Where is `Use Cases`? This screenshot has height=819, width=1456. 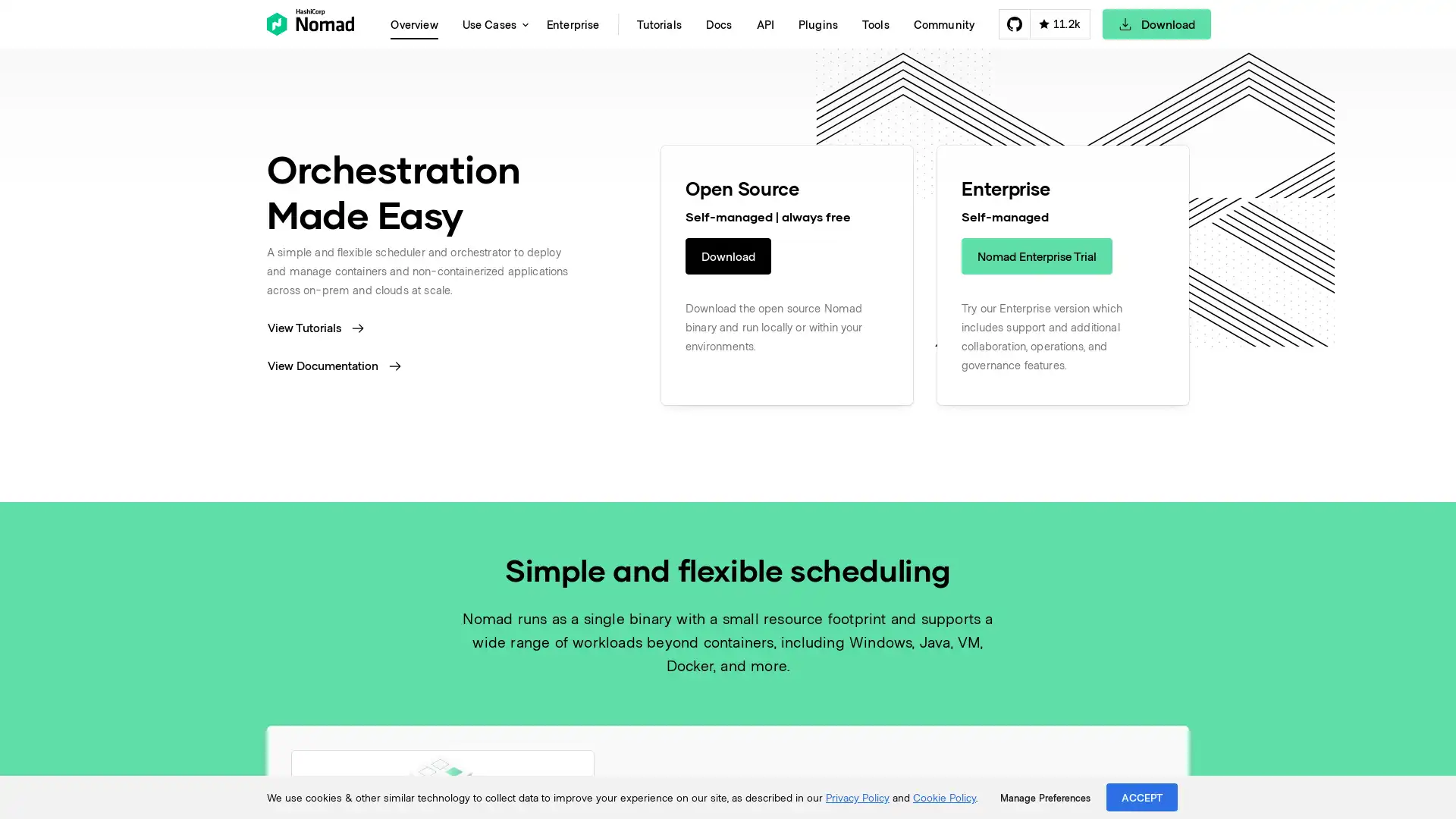 Use Cases is located at coordinates (491, 24).